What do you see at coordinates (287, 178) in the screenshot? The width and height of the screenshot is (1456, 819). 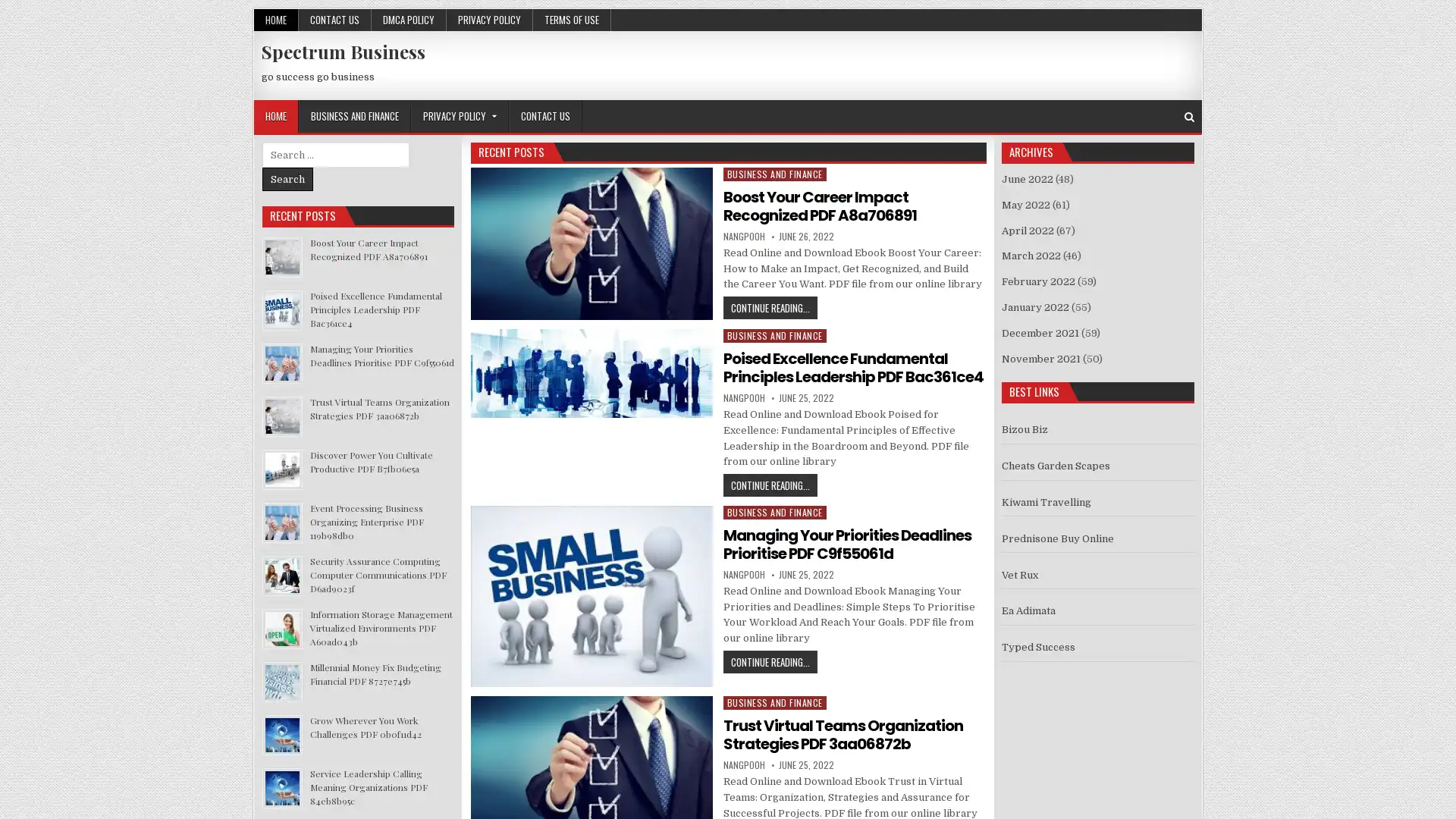 I see `Search` at bounding box center [287, 178].